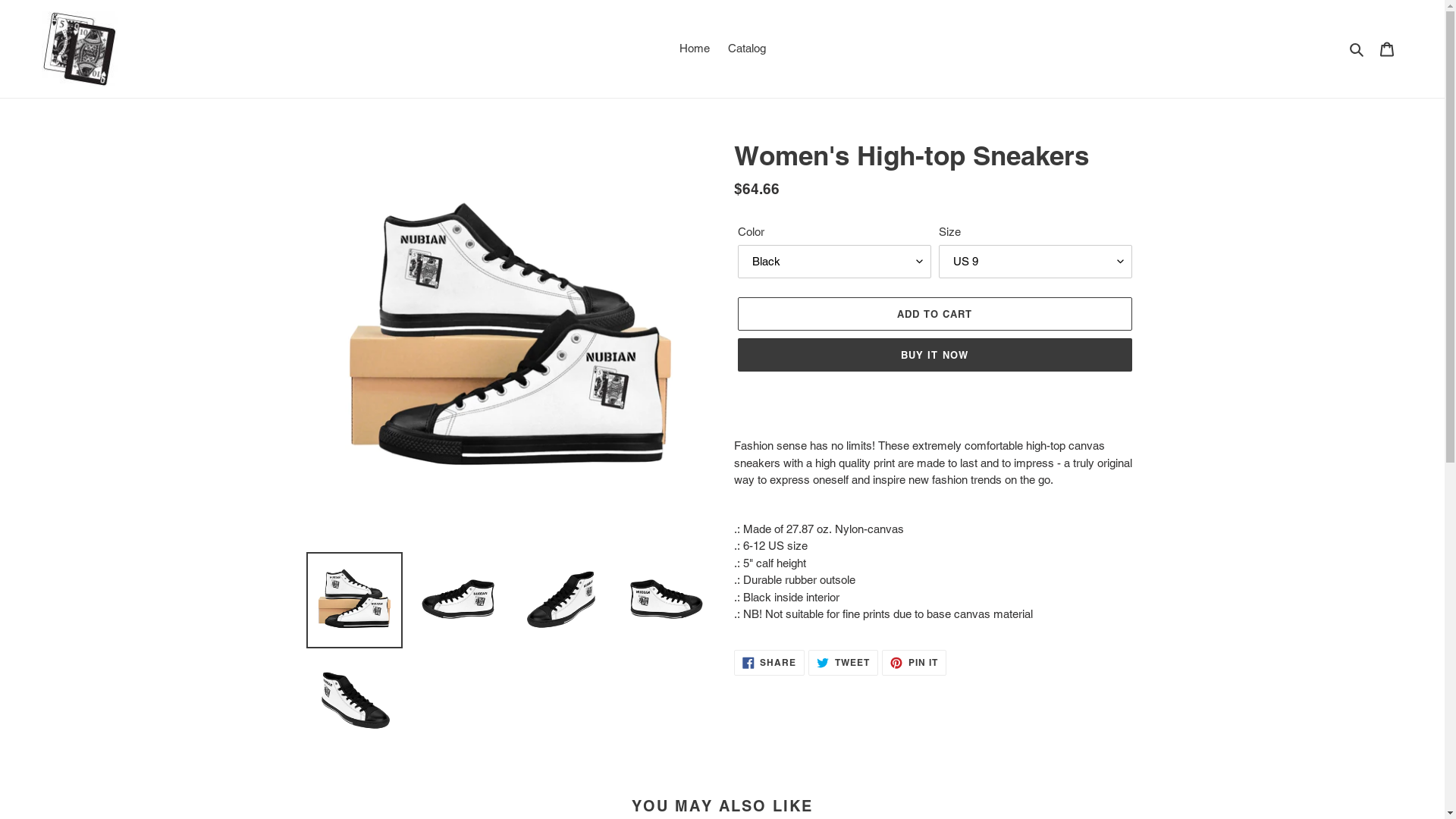  Describe the element at coordinates (746, 48) in the screenshot. I see `'Catalog'` at that location.